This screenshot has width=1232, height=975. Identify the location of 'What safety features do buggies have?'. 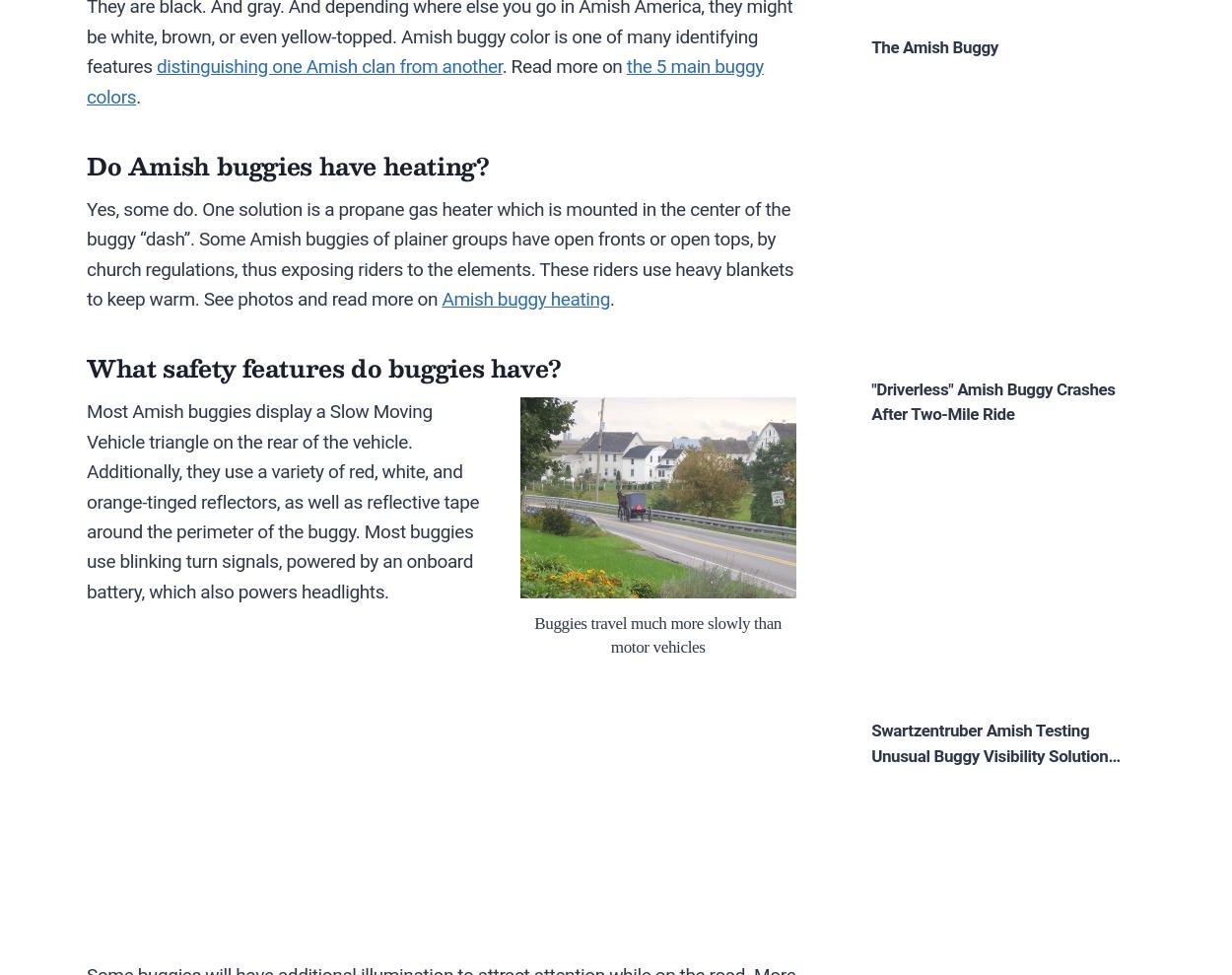
(322, 366).